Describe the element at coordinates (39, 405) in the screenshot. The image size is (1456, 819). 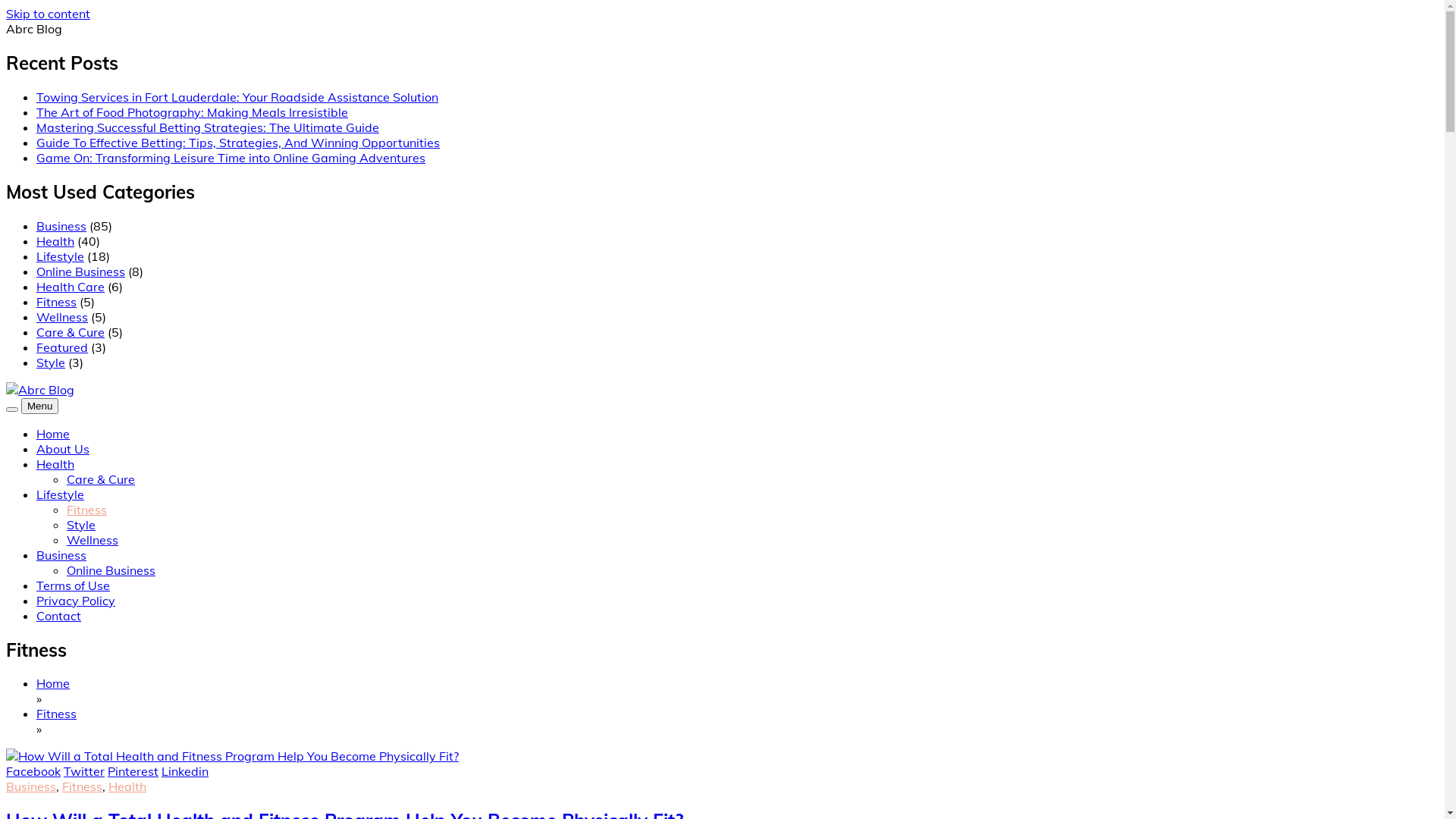
I see `'Menu'` at that location.